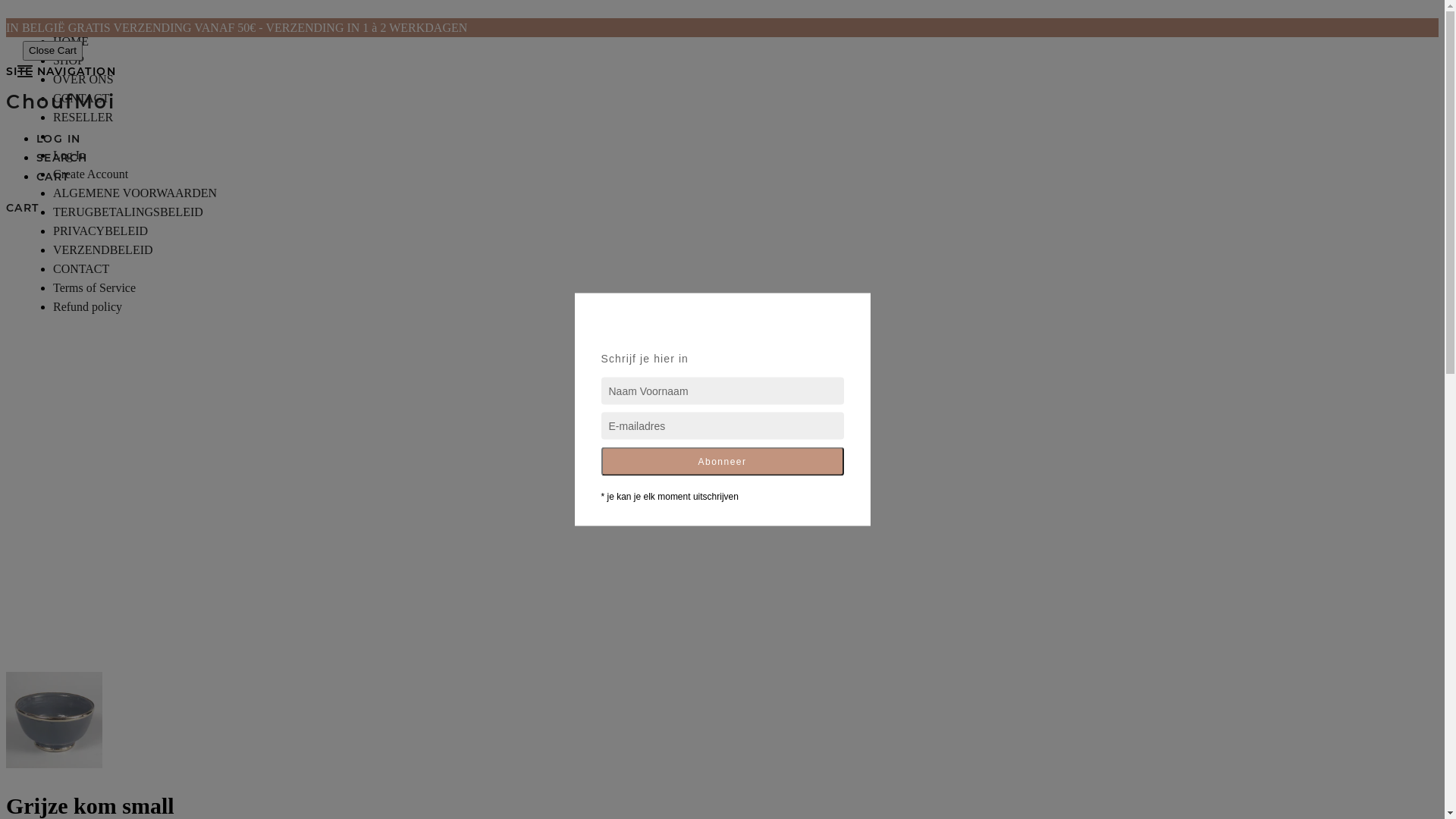 The image size is (1456, 819). What do you see at coordinates (68, 155) in the screenshot?
I see `'Log In'` at bounding box center [68, 155].